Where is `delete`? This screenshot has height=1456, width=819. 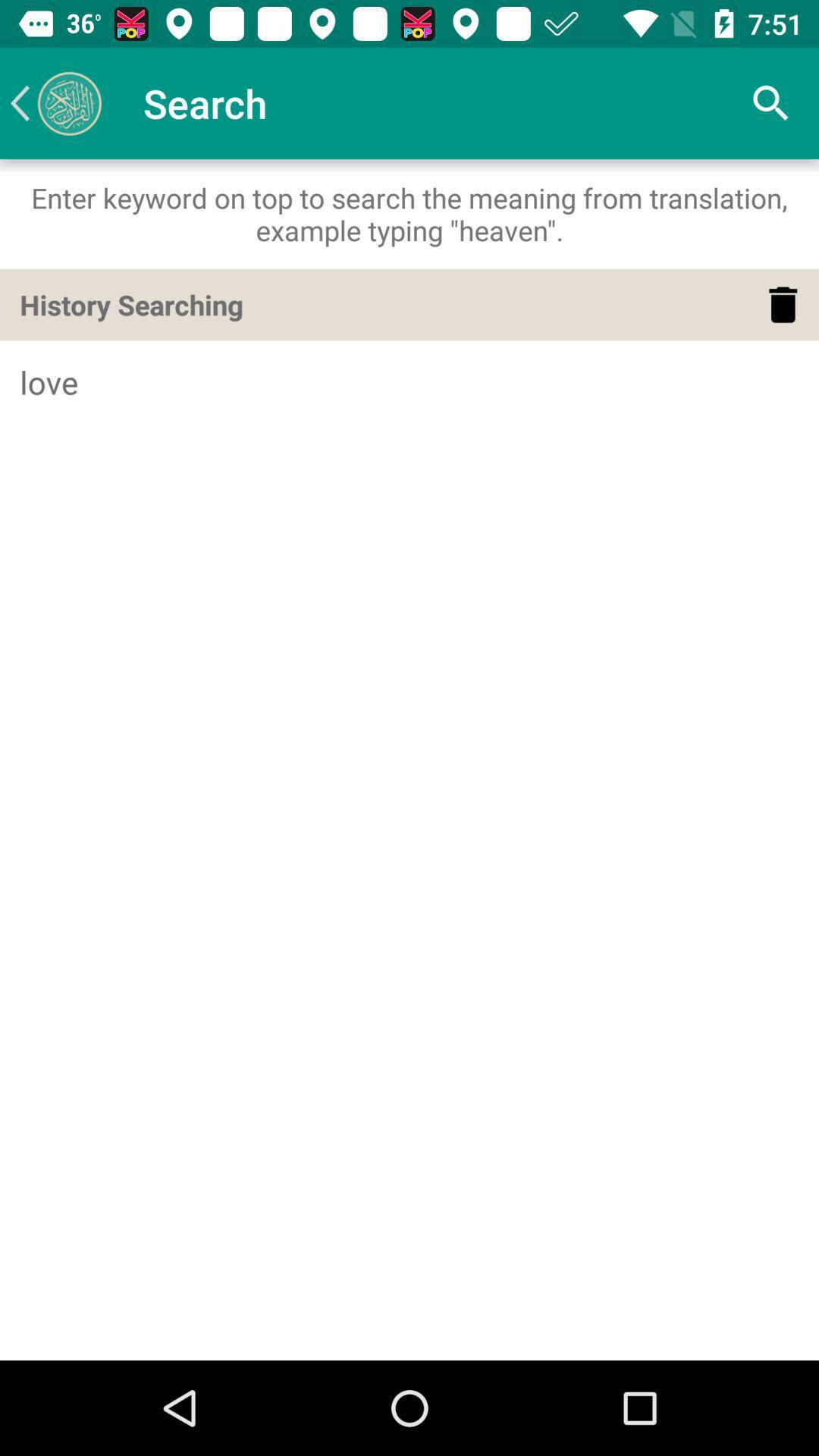
delete is located at coordinates (783, 304).